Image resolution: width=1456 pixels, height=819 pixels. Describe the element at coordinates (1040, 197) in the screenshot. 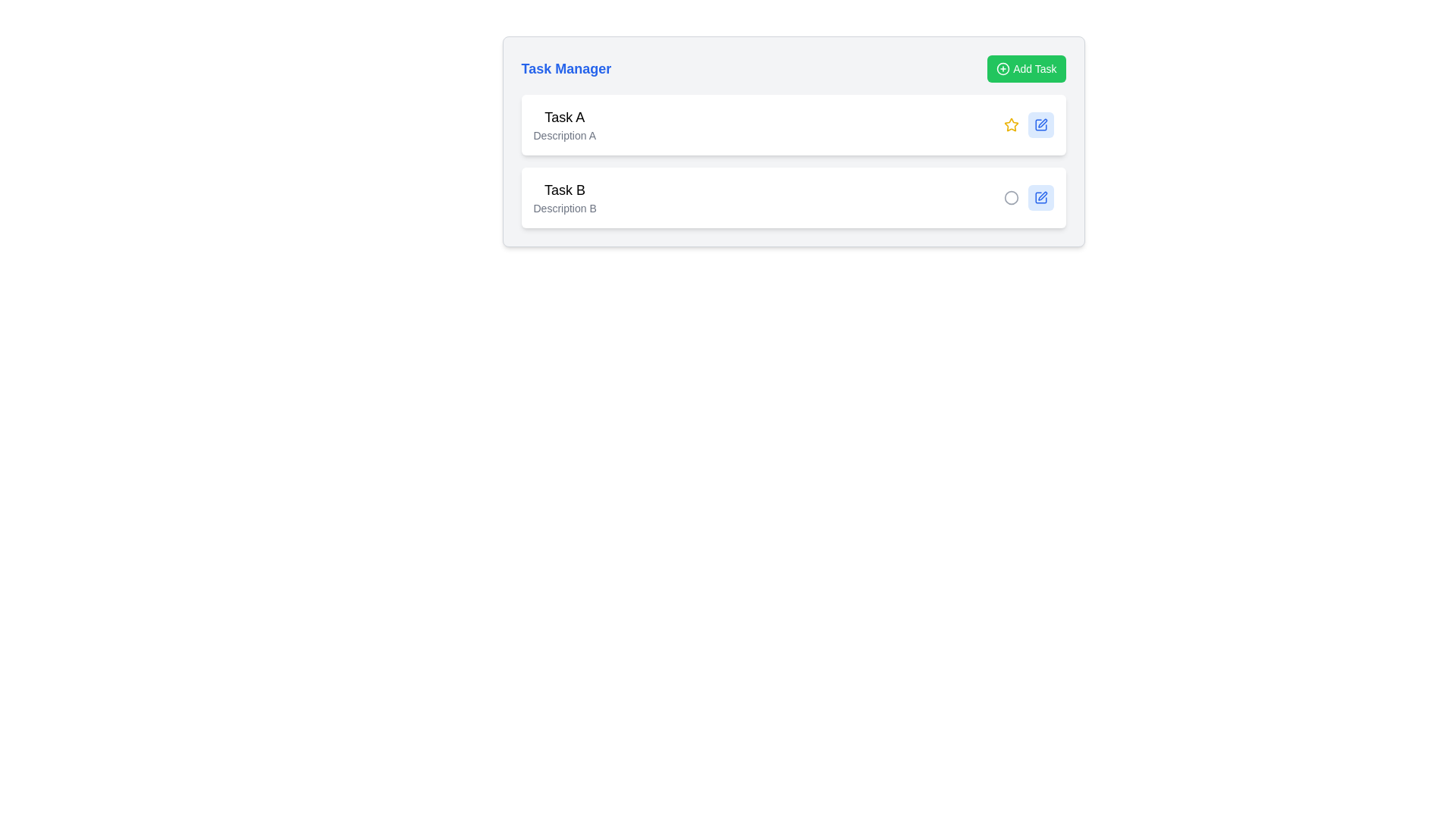

I see `the blue outlined square icon with a pen overlay, located to the right of 'Task A' and adjacent to the star icon` at that location.